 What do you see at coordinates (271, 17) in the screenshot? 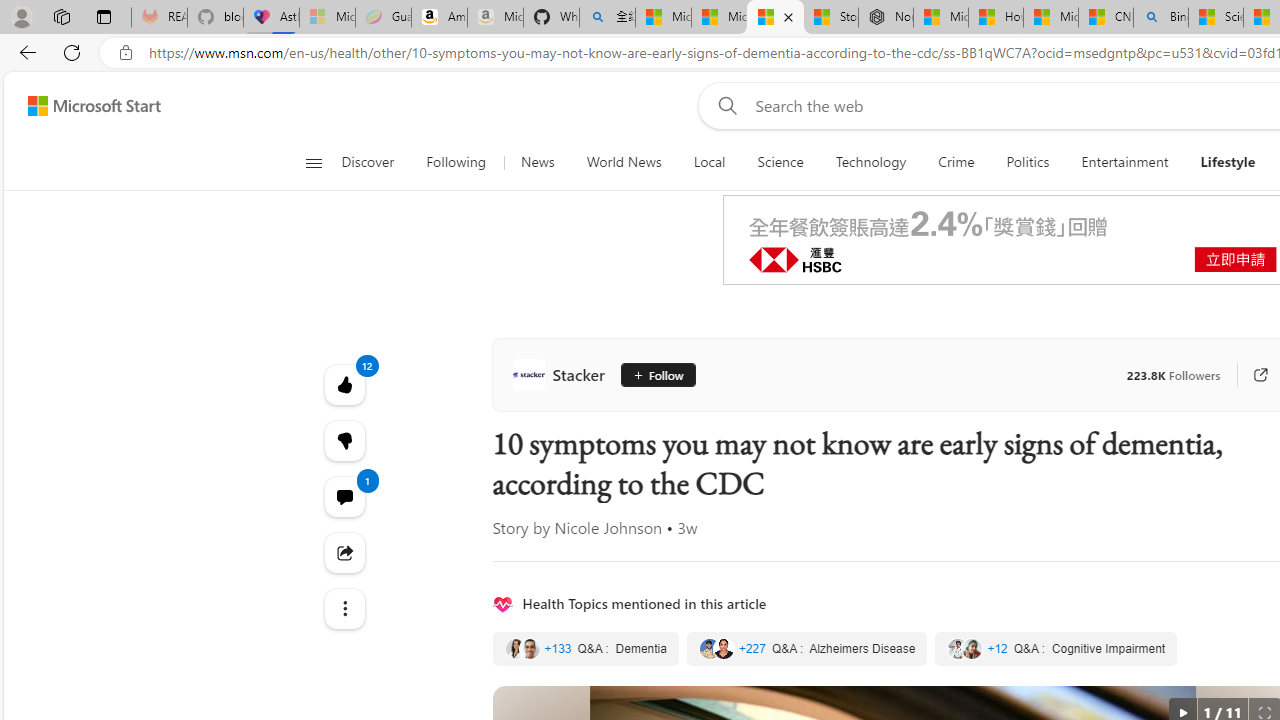
I see `'Asthma Inhalers: Names and Types'` at bounding box center [271, 17].